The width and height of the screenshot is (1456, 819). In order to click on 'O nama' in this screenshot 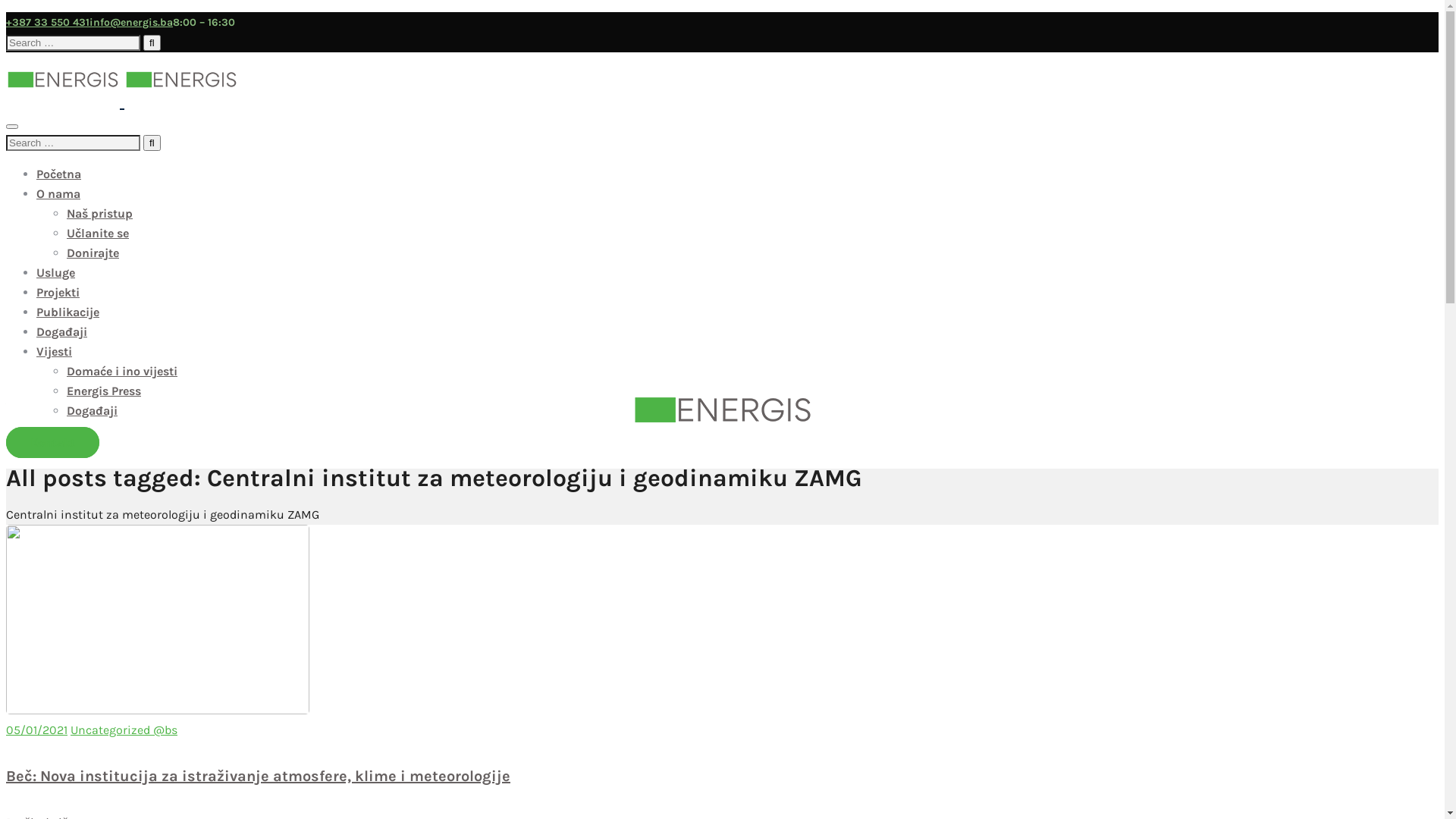, I will do `click(58, 193)`.